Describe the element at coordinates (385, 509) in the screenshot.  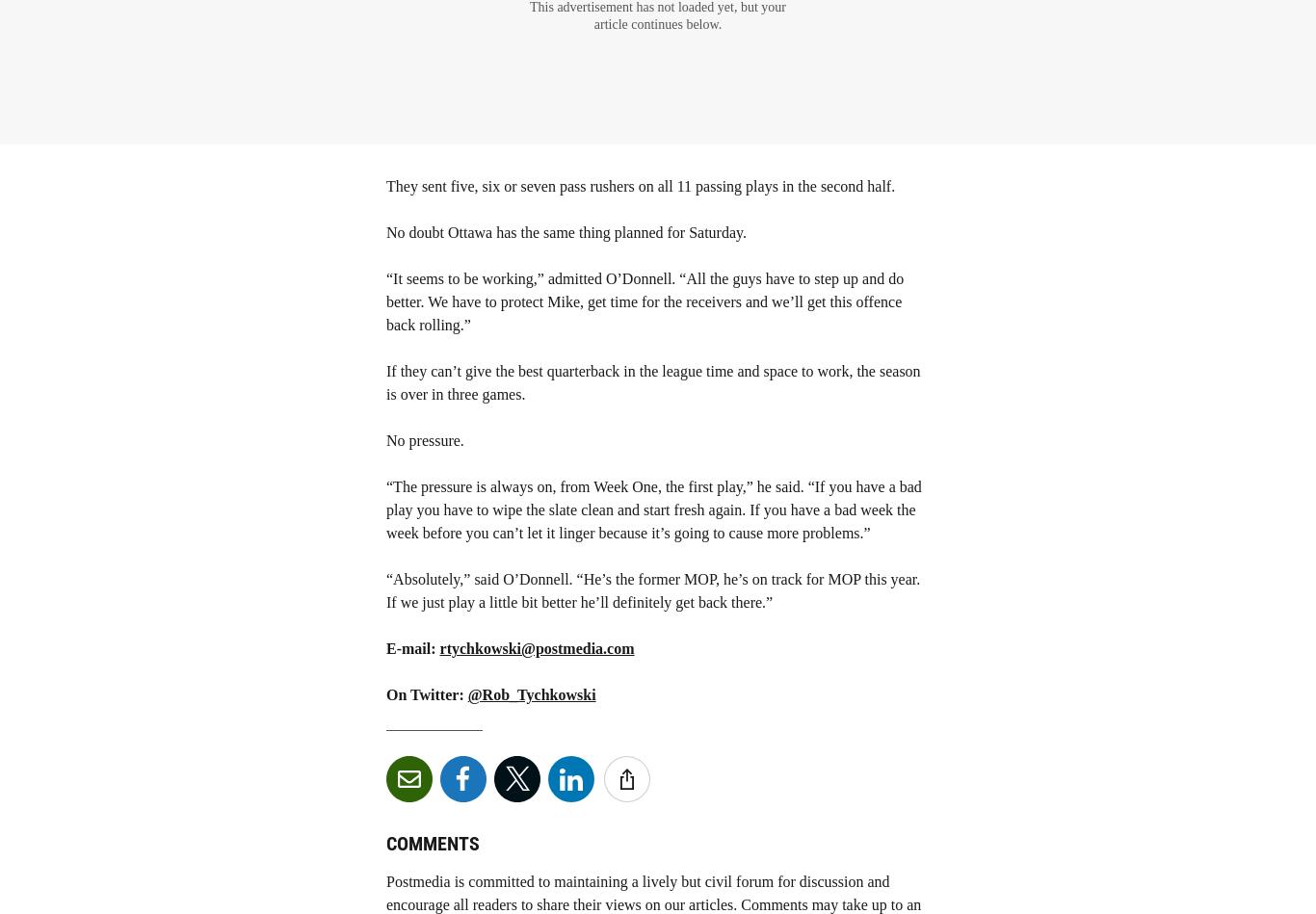
I see `'“The pressure is always on, from Week One, the first play,” he said. “If you have a bad play you have to wipe the slate clean and start fresh again. If you have a bad week the week before you can’t let it linger because it’s going to cause more problems.”'` at that location.